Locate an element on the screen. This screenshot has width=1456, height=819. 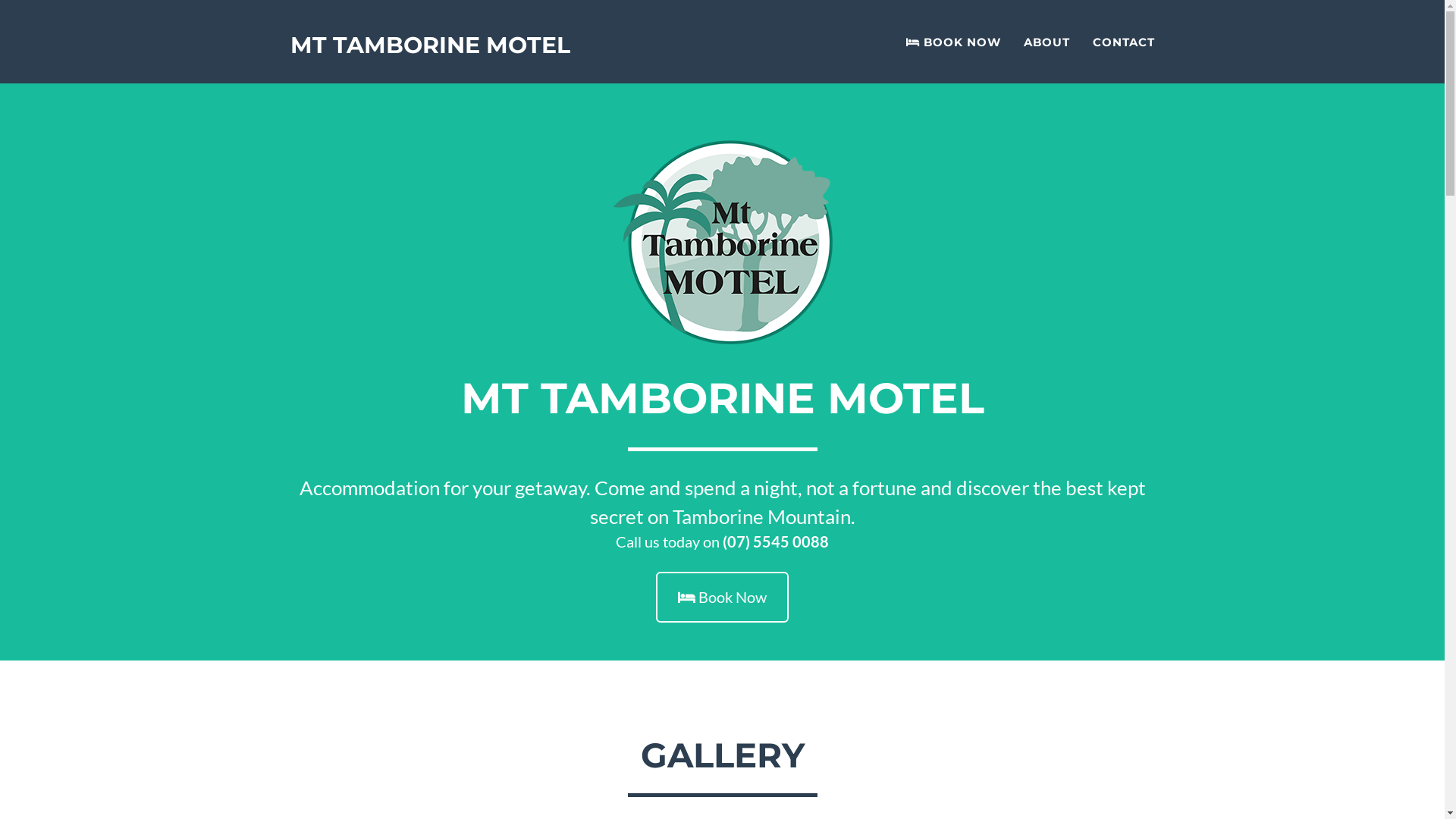
'ABOUT' is located at coordinates (1045, 40).